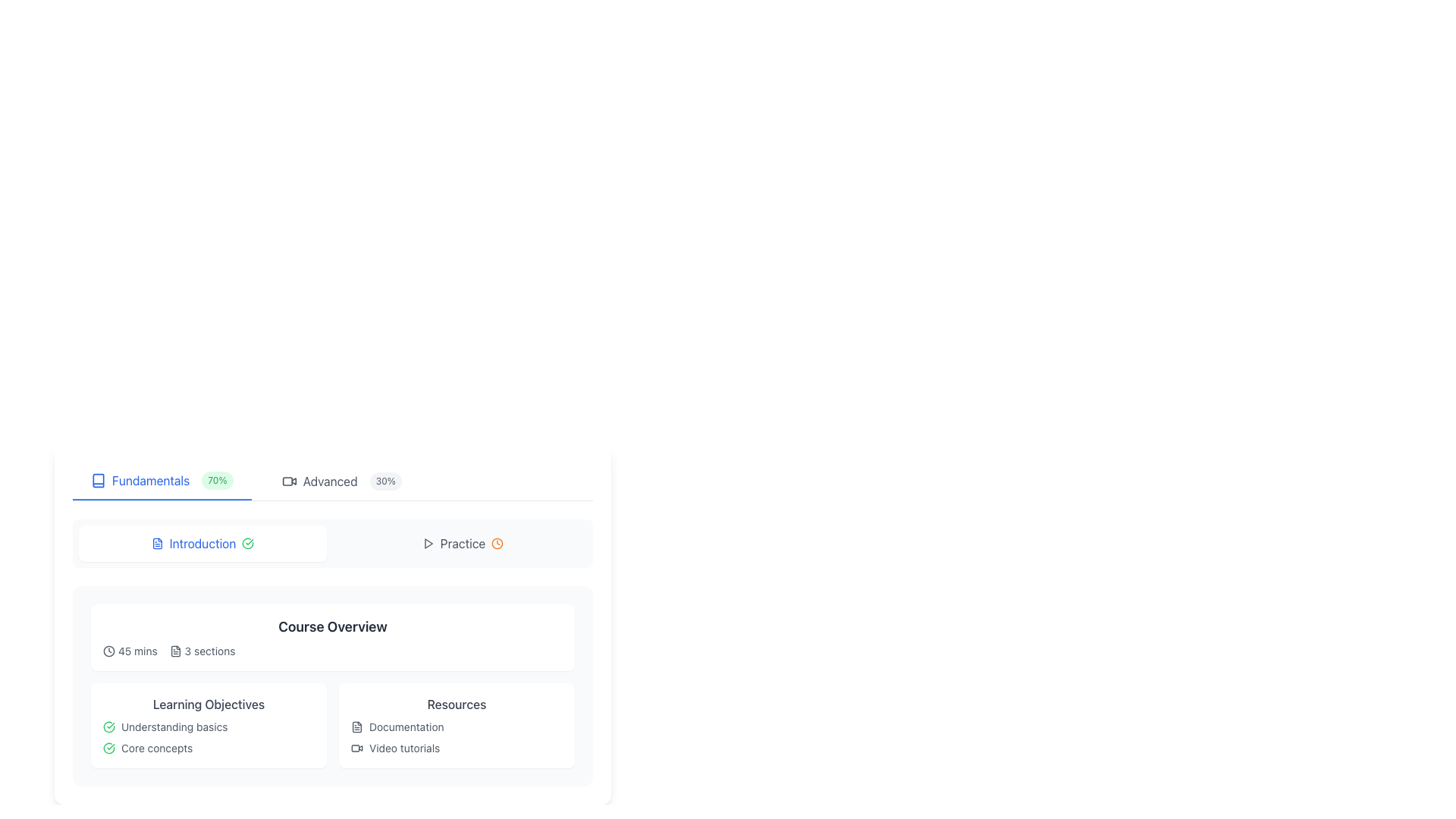 The height and width of the screenshot is (819, 1456). I want to click on the text component displaying 'Documentation', so click(406, 726).